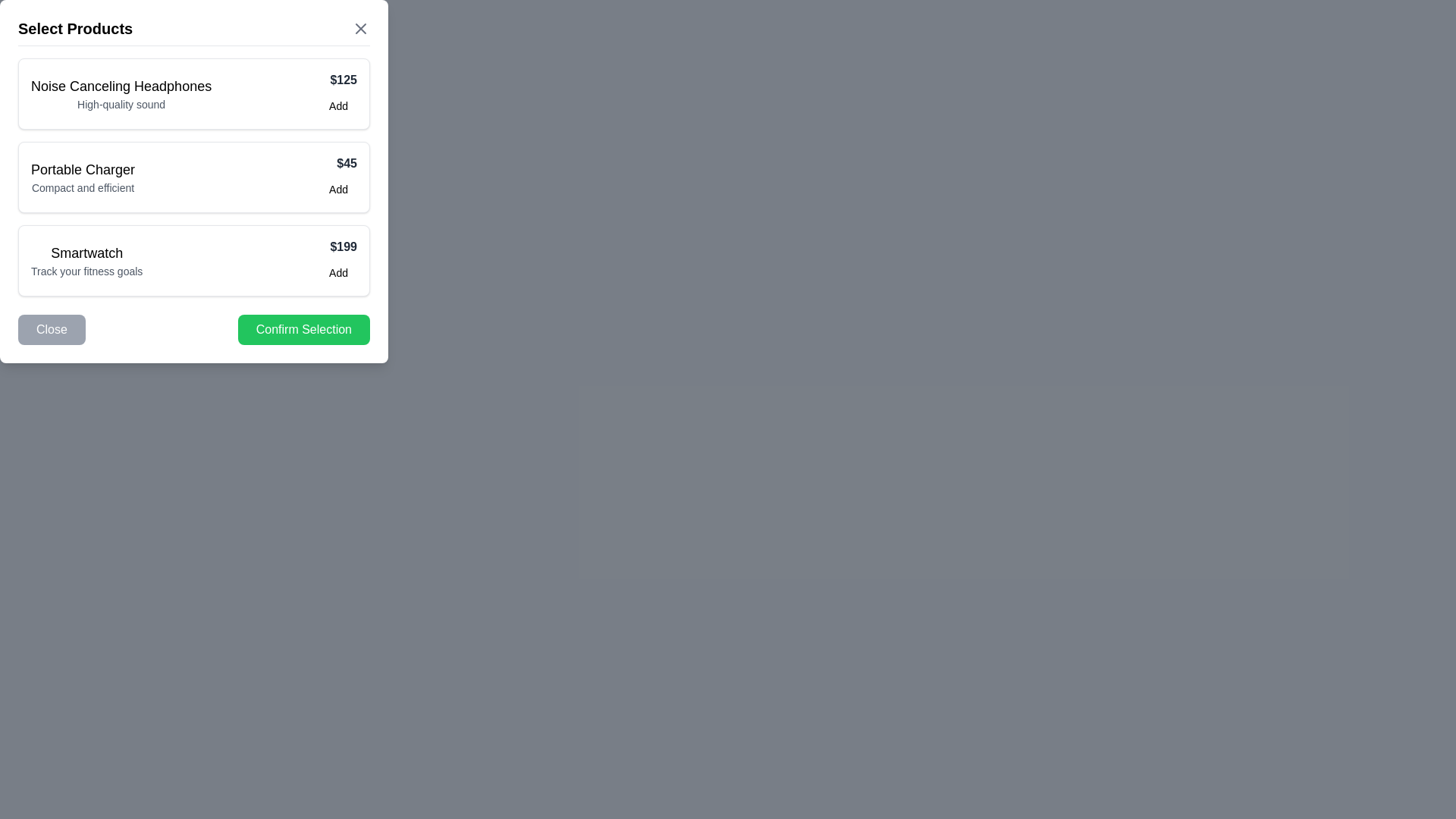 This screenshot has height=819, width=1456. I want to click on the 'Close' button with medium-gray background and white text, so click(52, 329).